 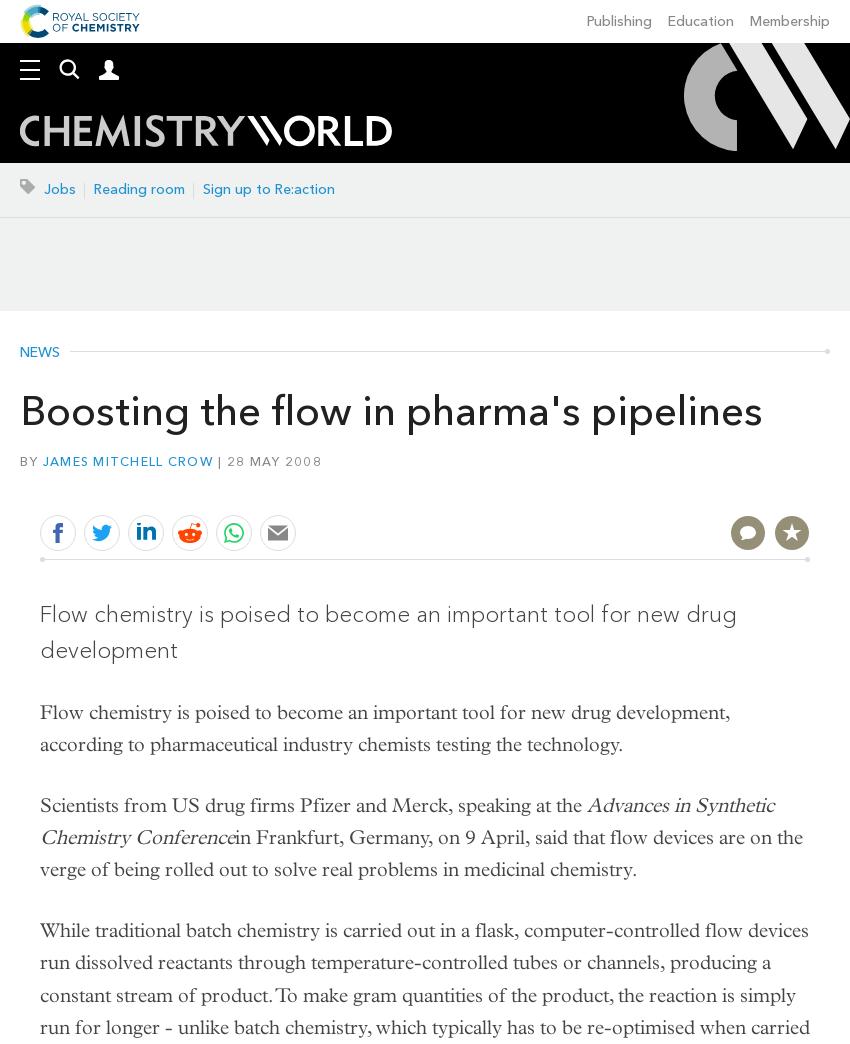 I want to click on '28 May 2008', so click(x=273, y=460).